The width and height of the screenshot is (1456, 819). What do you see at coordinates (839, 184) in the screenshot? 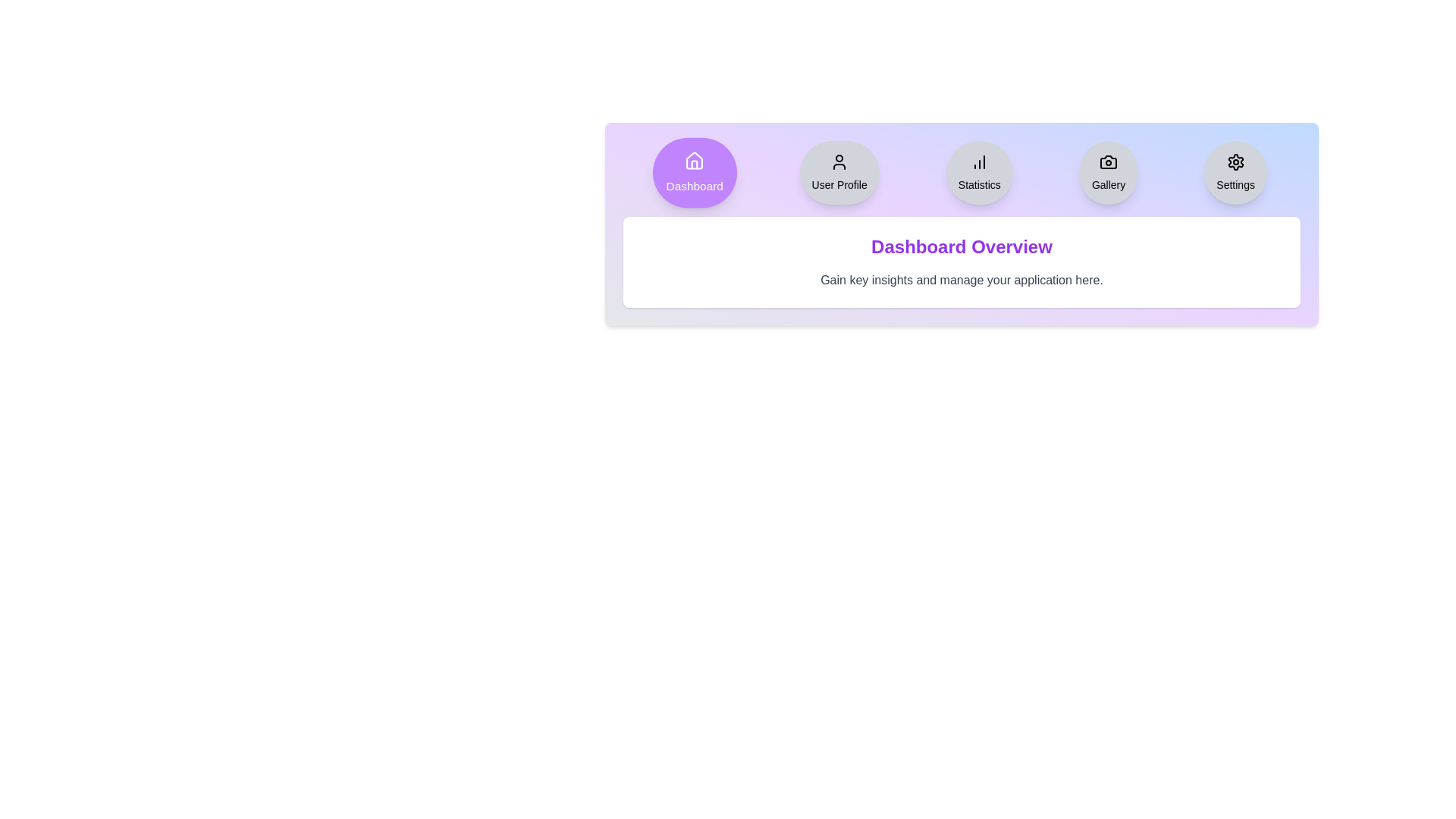
I see `the 'User Profile' text label located within the circular button in the navigation bar, which serves to clarify the button's purpose to users` at bounding box center [839, 184].